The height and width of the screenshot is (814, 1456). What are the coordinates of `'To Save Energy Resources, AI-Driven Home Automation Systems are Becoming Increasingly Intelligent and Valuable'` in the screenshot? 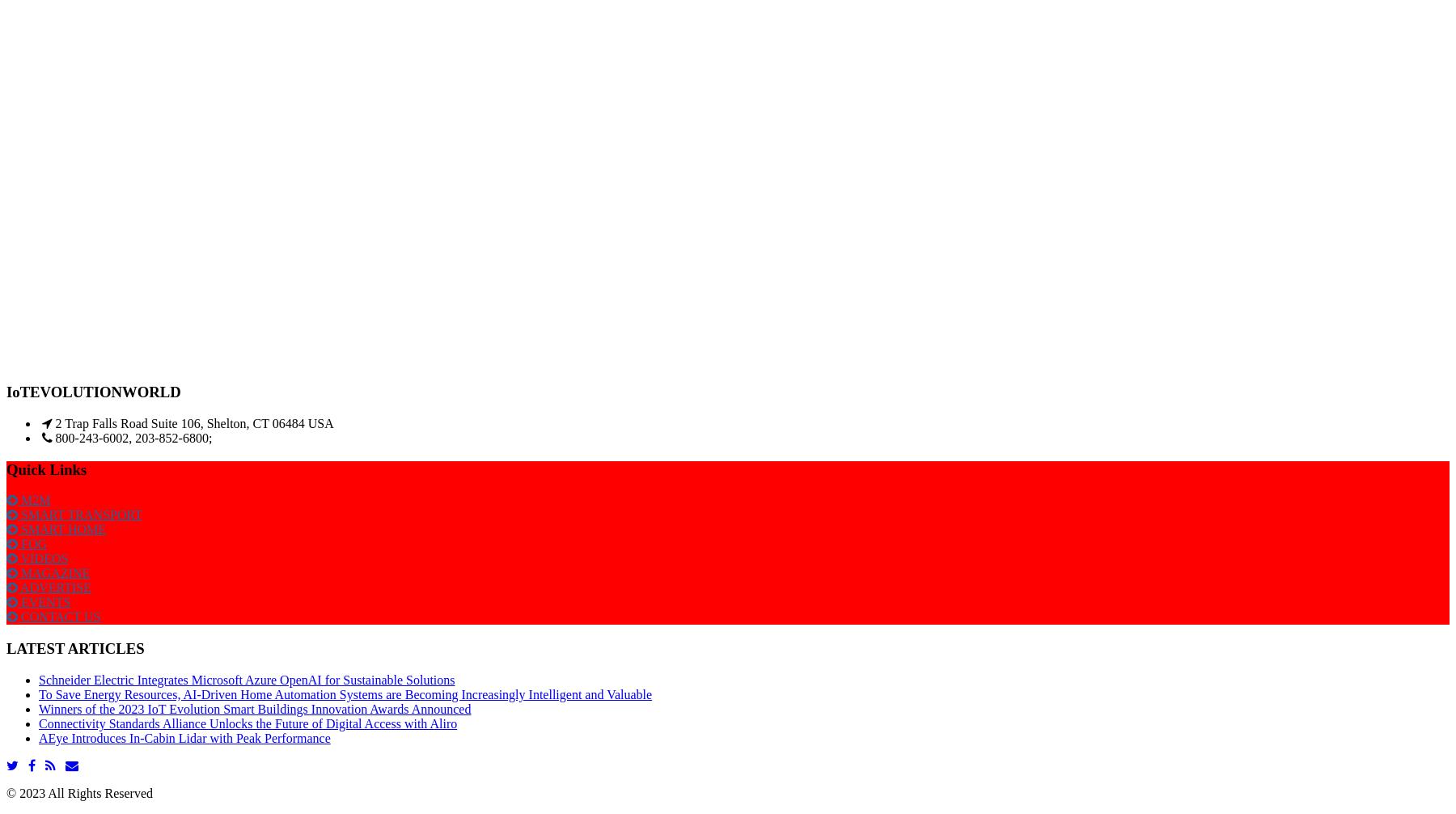 It's located at (345, 693).